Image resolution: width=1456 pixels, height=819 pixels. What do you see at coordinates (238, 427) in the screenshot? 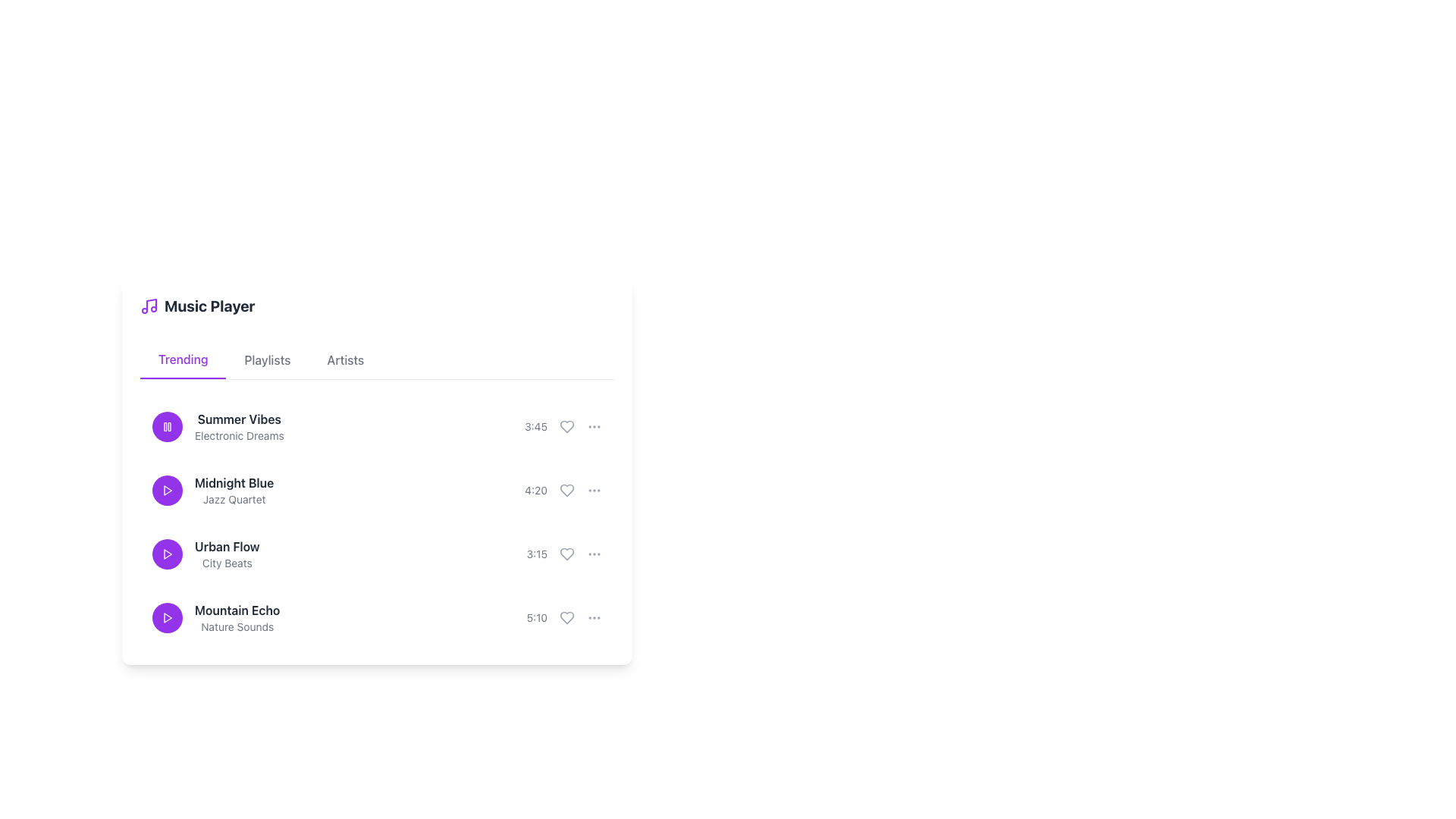
I see `the Text display containing 'Summer Vibes' and 'Electronic Dreams' in the first playlist entry of the 'Trending' playlist tab` at bounding box center [238, 427].